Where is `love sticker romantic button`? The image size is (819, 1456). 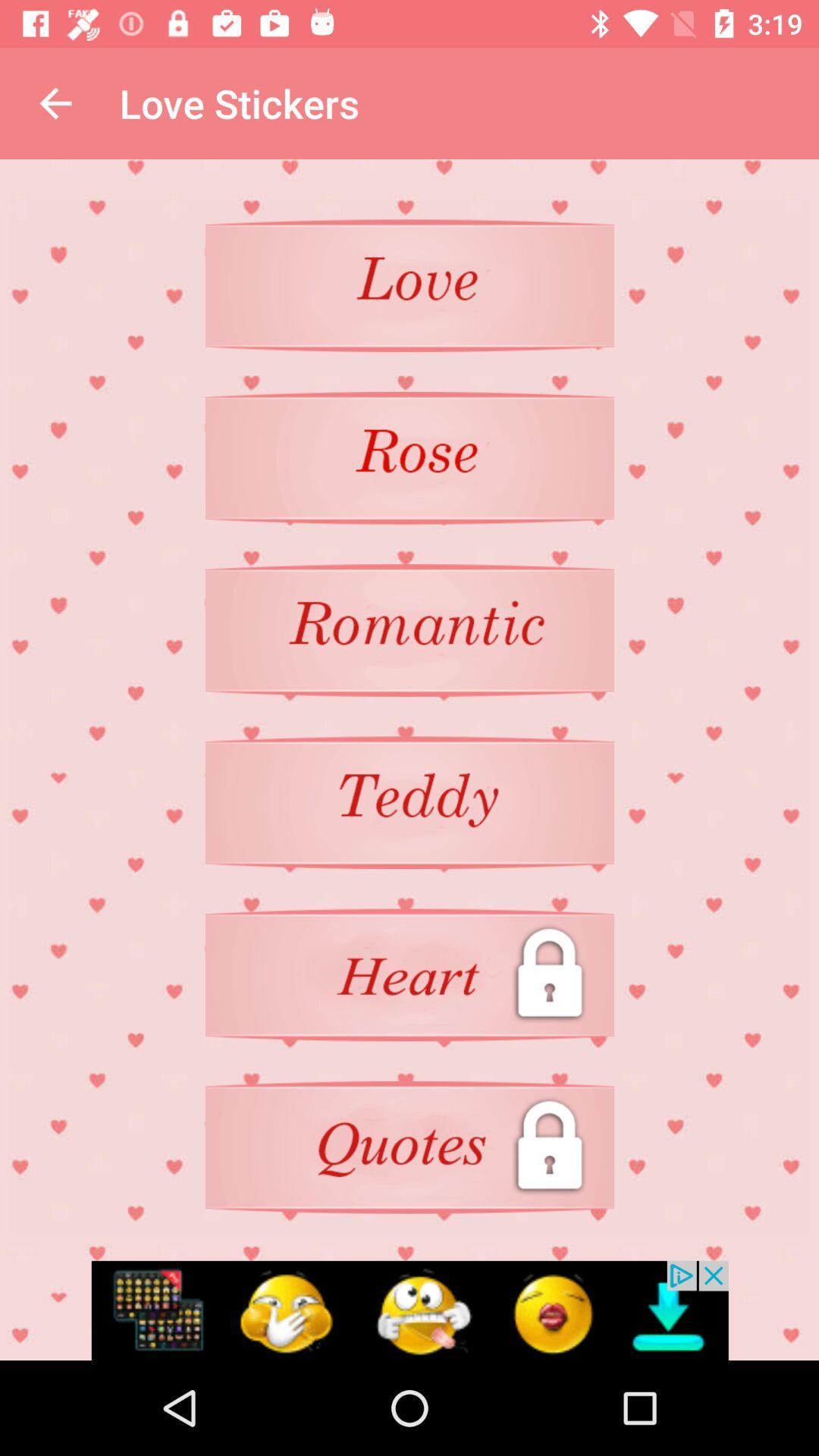 love sticker romantic button is located at coordinates (409, 630).